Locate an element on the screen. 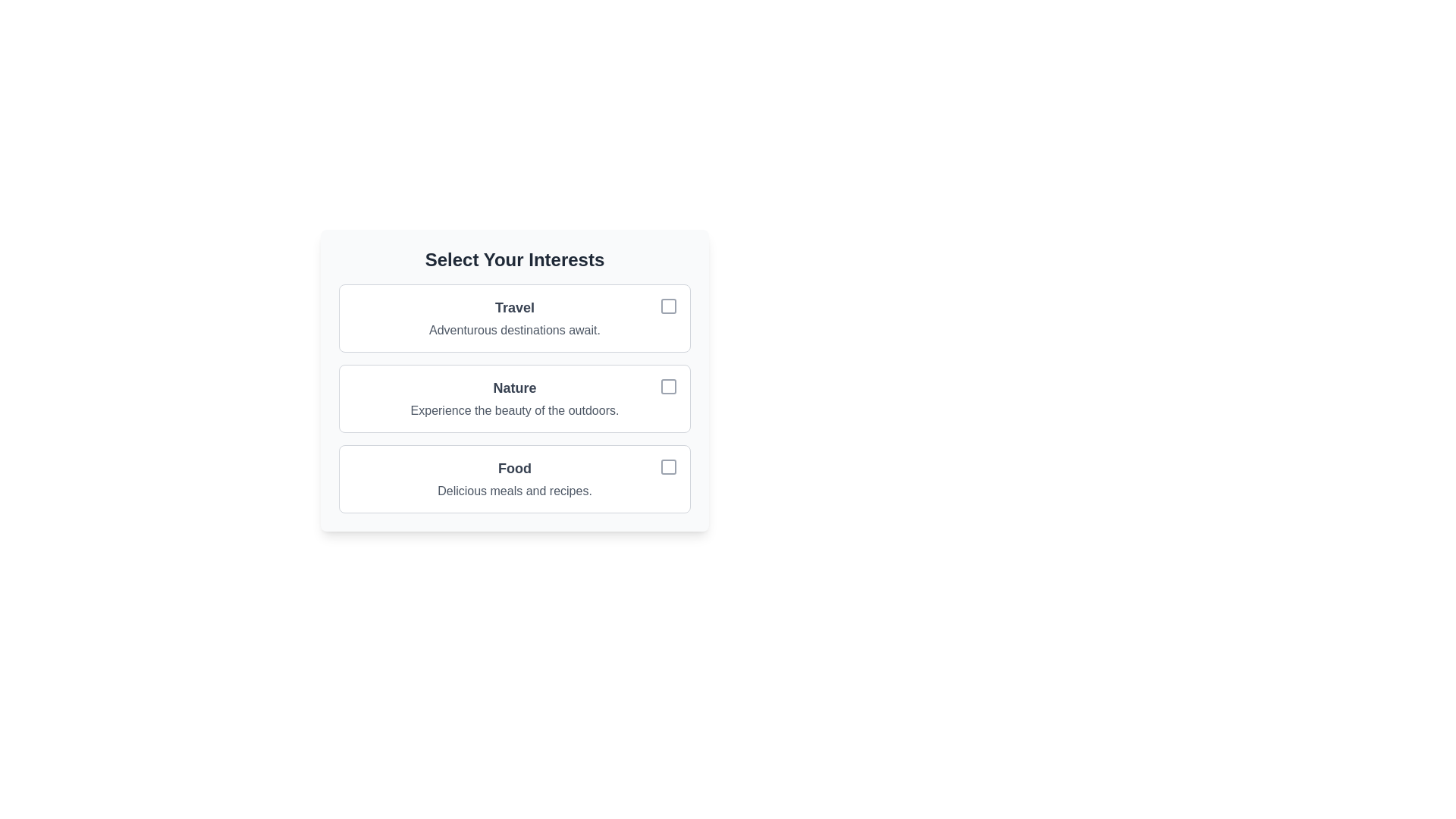  the checkbox adjacent to the text 'Nature' is located at coordinates (668, 385).